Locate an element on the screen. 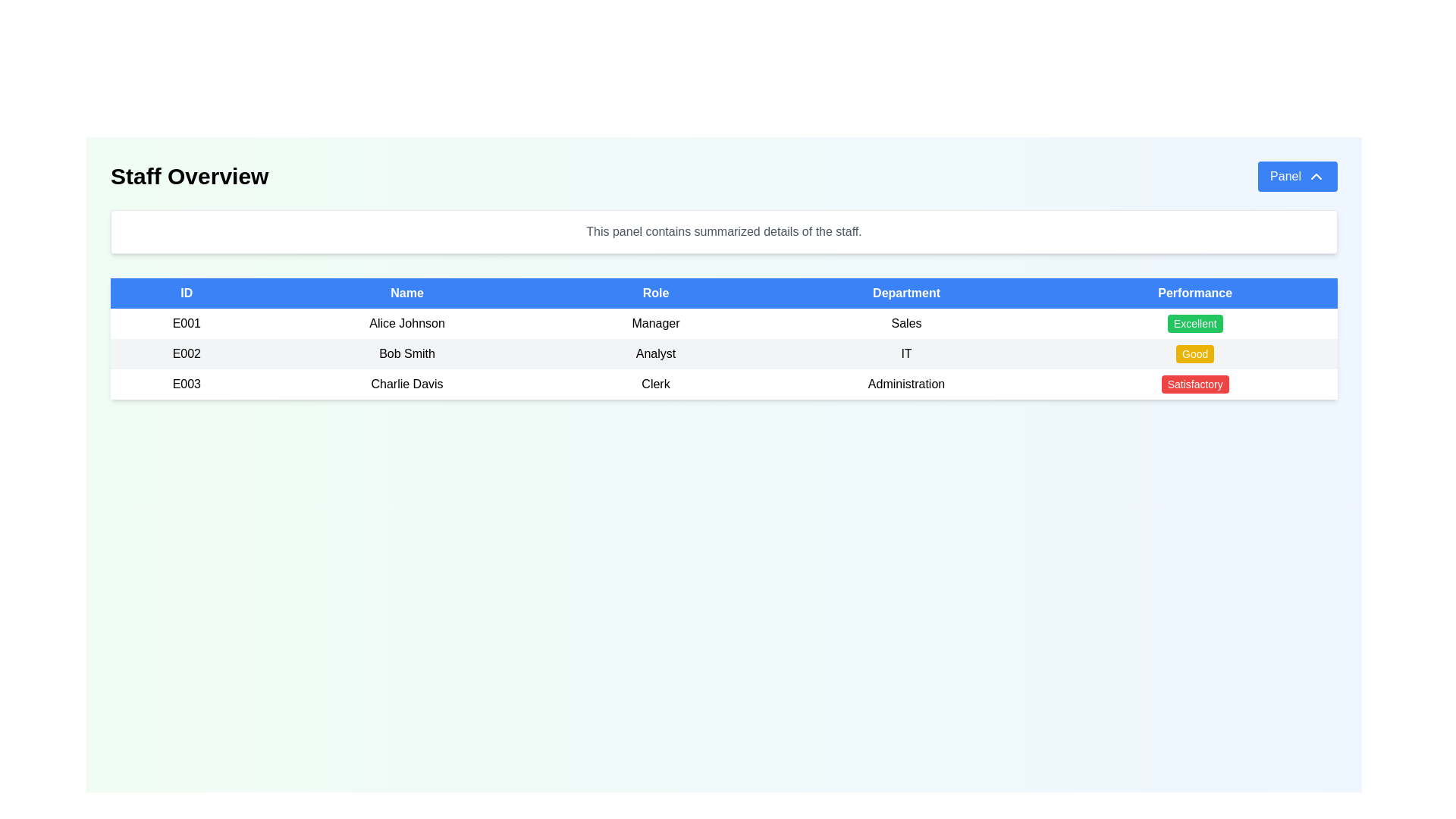 The image size is (1456, 819). the text representing the name of the employee with ID 'E002', located in the second cell of the 'Name' column in the table is located at coordinates (407, 353).